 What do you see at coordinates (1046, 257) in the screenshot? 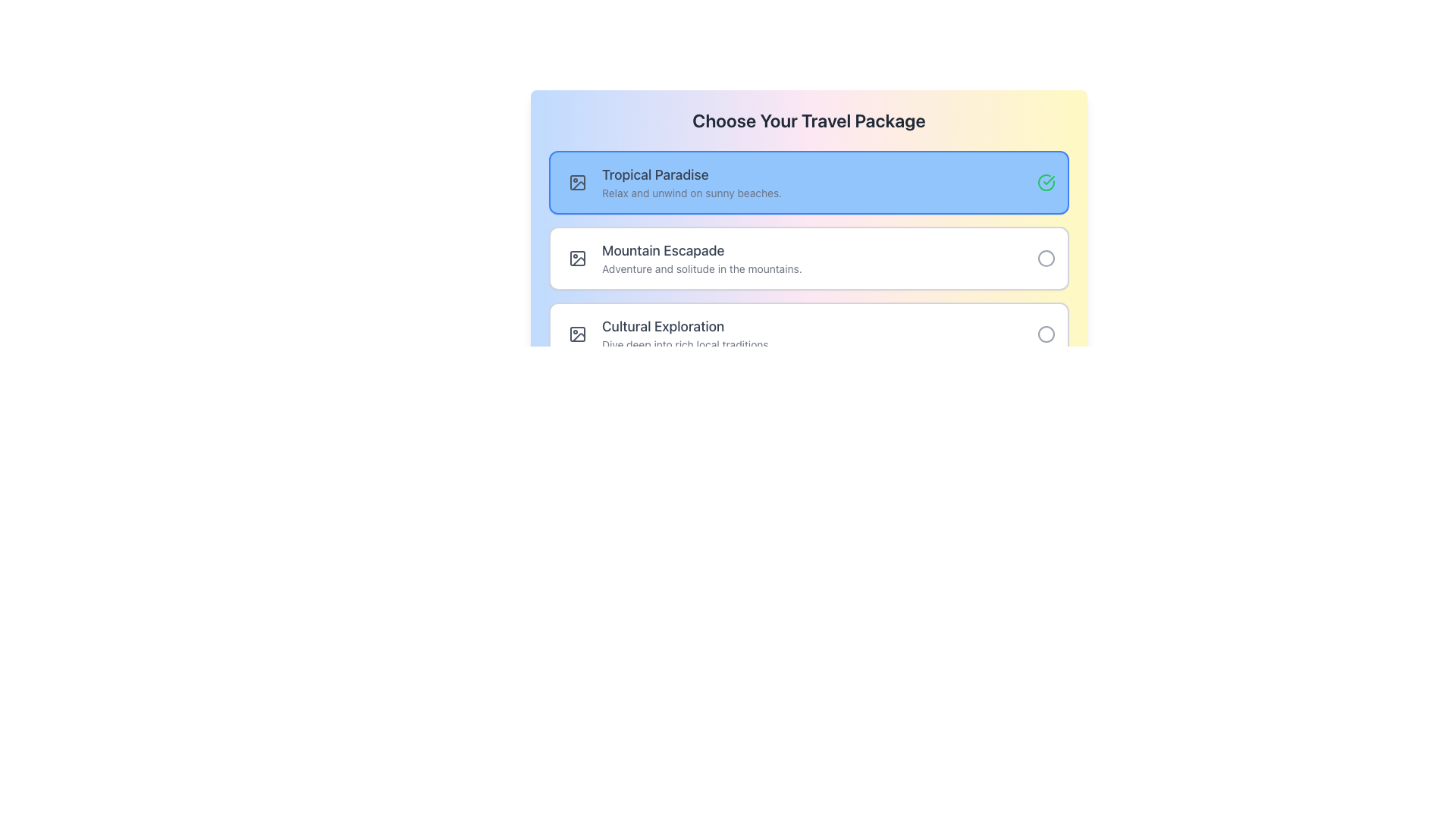
I see `the circular icon with a thin border representing a status indicator located in the second item of the vertical list under 'Mountain Escapade'` at bounding box center [1046, 257].